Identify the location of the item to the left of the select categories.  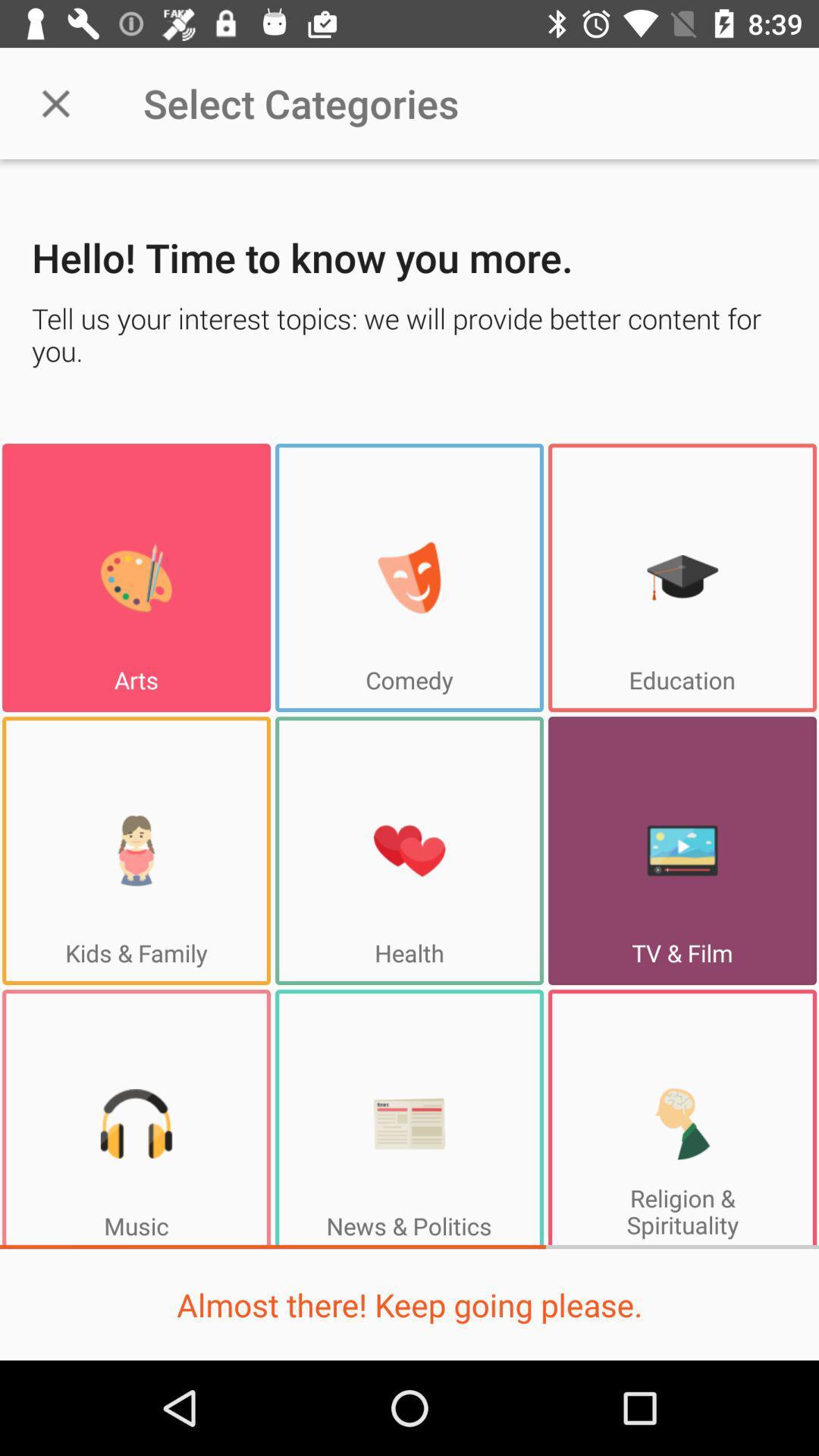
(55, 102).